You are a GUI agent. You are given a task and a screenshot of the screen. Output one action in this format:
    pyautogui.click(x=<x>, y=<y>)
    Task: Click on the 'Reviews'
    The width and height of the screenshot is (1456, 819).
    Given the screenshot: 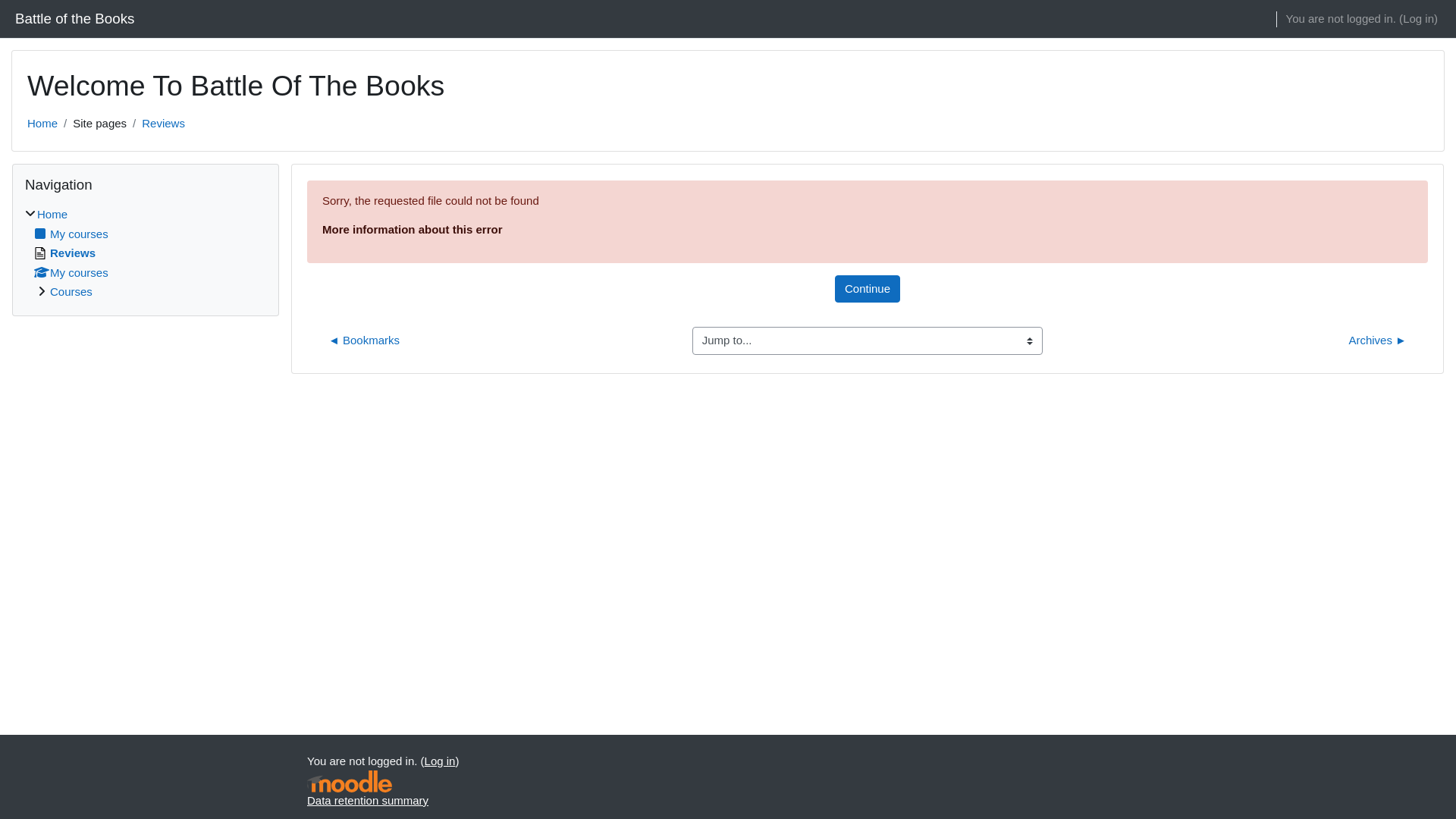 What is the action you would take?
    pyautogui.click(x=64, y=252)
    